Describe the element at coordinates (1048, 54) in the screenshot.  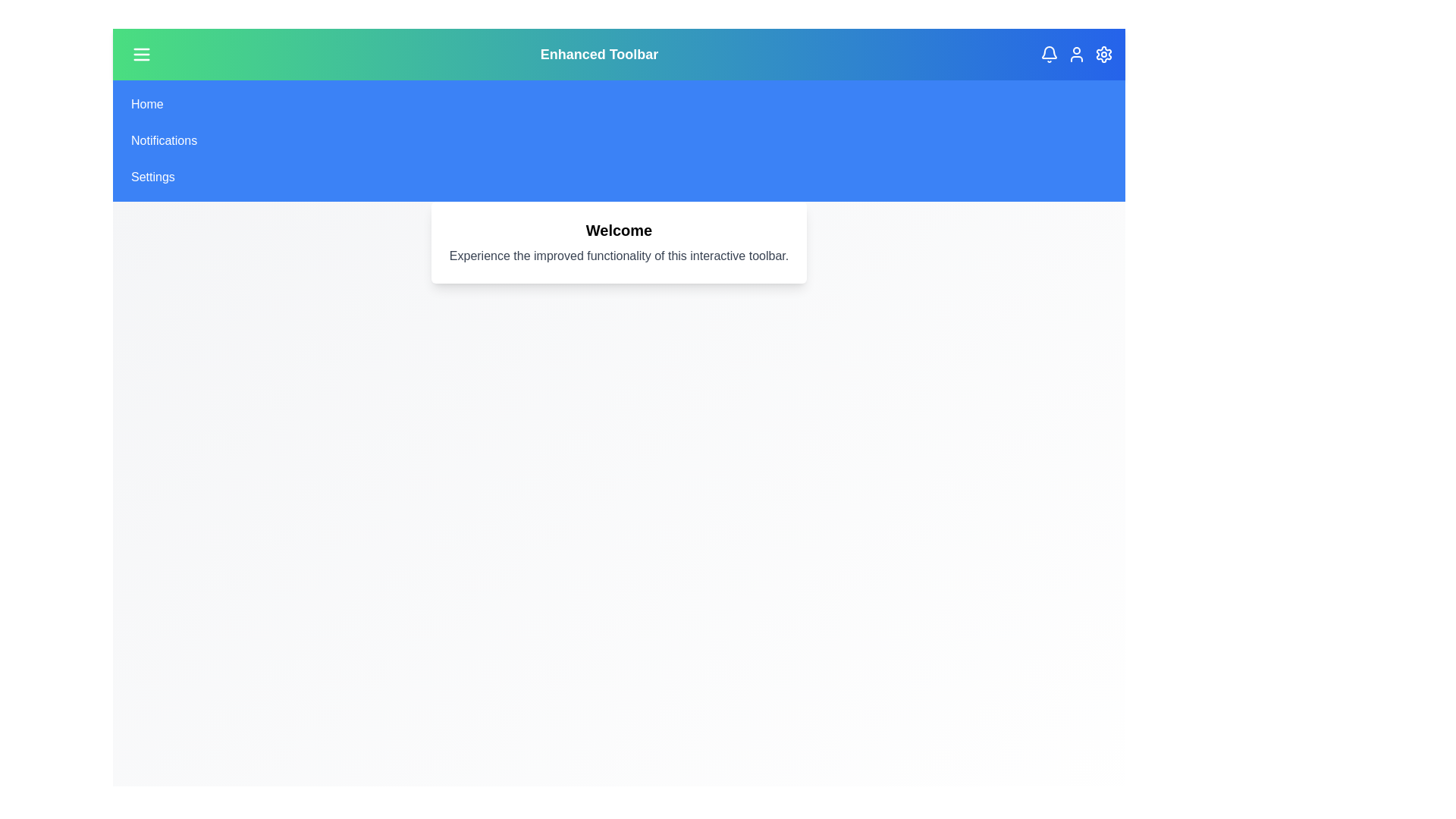
I see `the notifications icon in the toolbar` at that location.